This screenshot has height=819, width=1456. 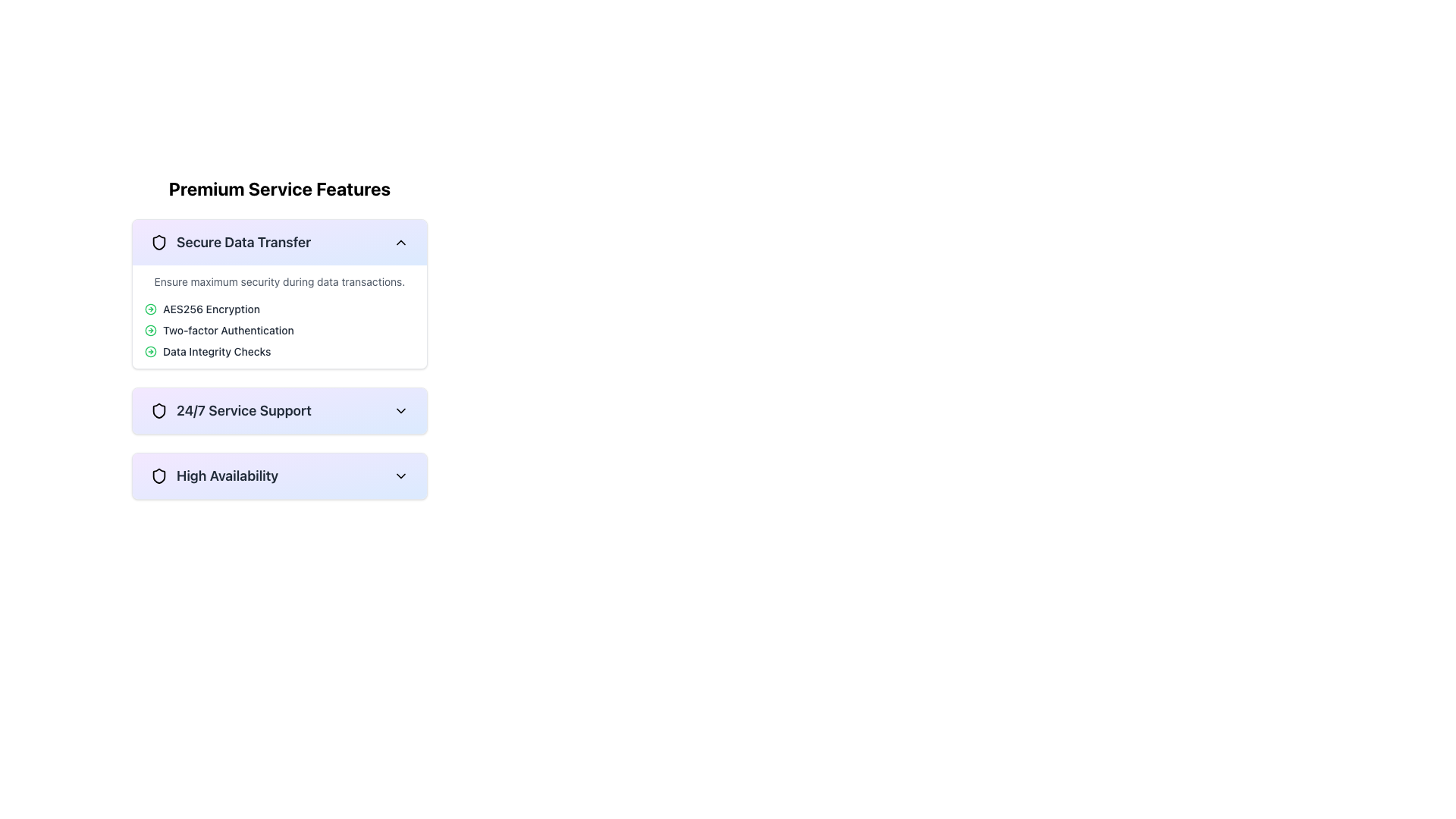 I want to click on the chevron icon in the top-right corner of the 'Secure Data Transfer' section, so click(x=400, y=242).